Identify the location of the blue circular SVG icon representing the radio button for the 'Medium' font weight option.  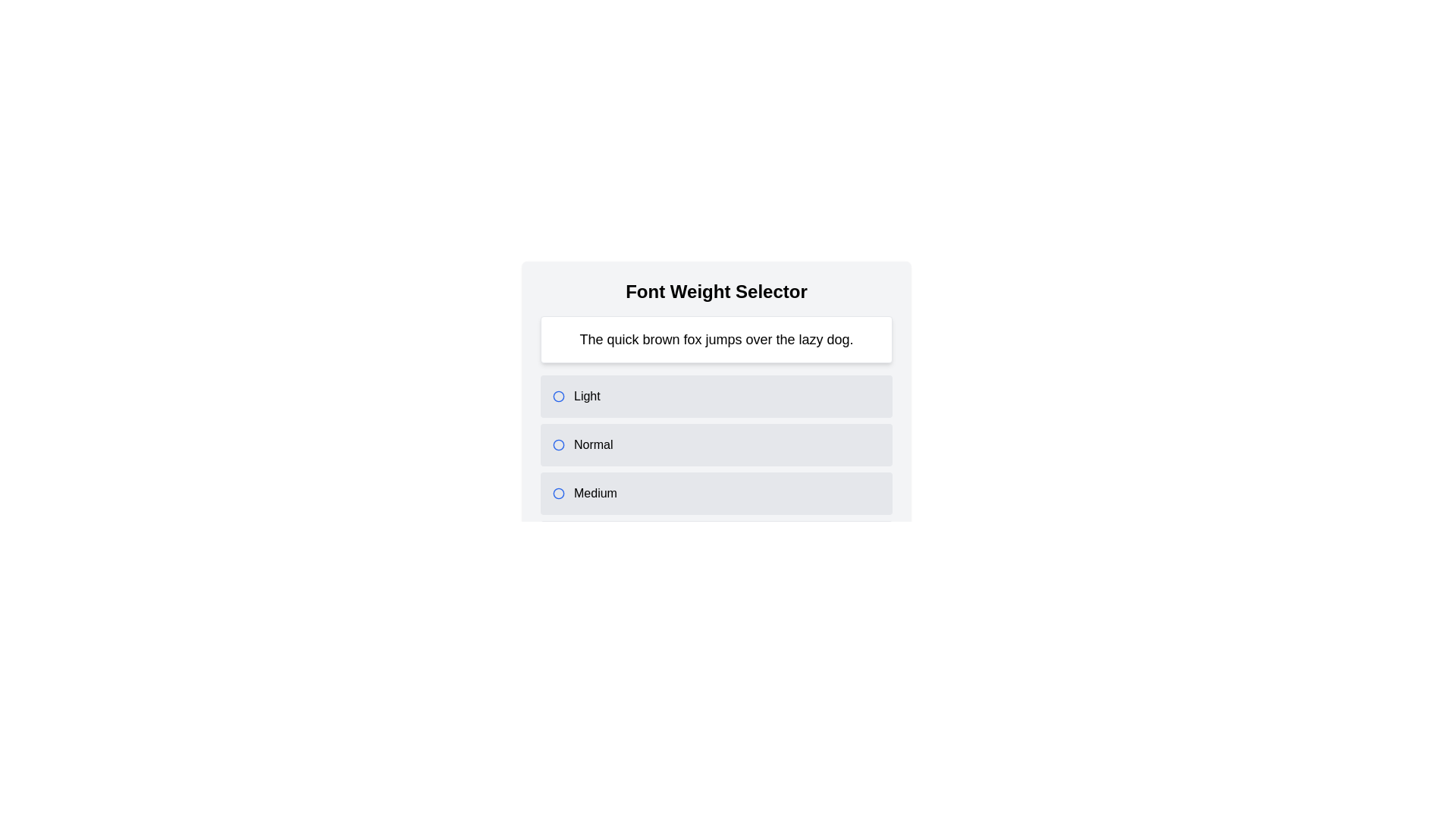
(558, 494).